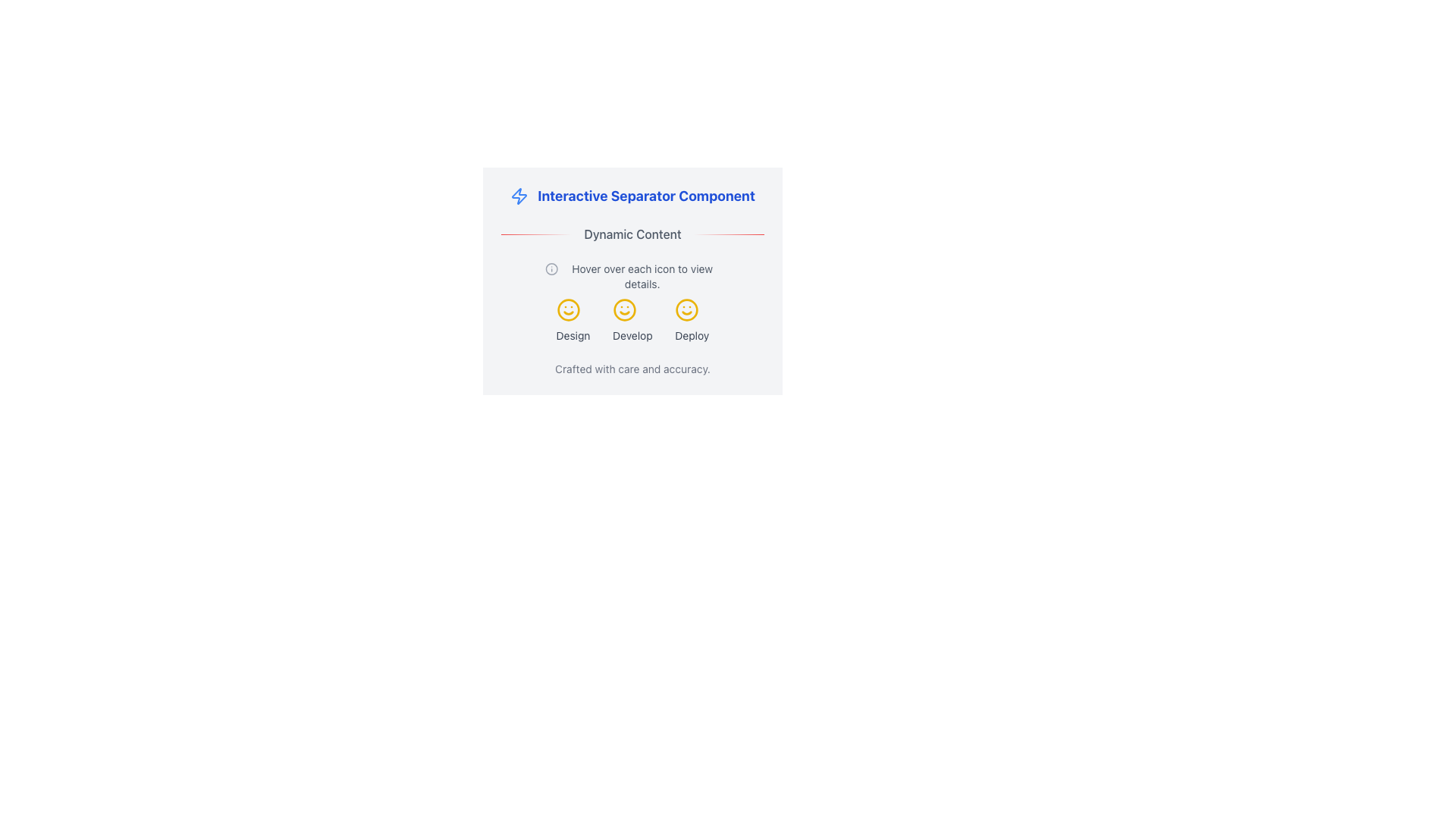 Image resolution: width=1456 pixels, height=819 pixels. Describe the element at coordinates (551, 268) in the screenshot. I see `the SVG circle with a light gray stroke, located in the top-left part of the interface, part of an icon that precedes the text 'Hover over each icon` at that location.